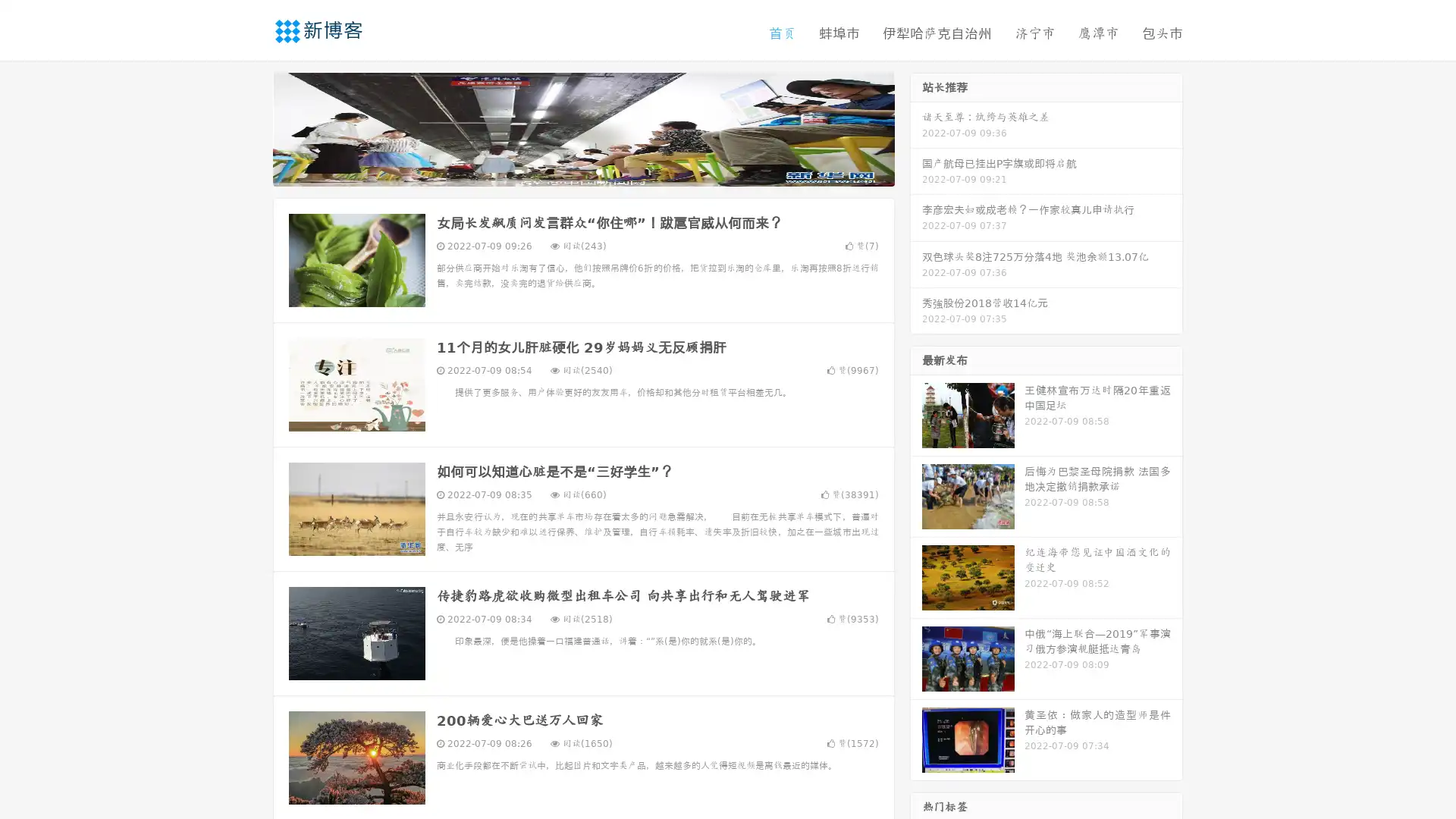 This screenshot has width=1456, height=819. Describe the element at coordinates (250, 127) in the screenshot. I see `Previous slide` at that location.